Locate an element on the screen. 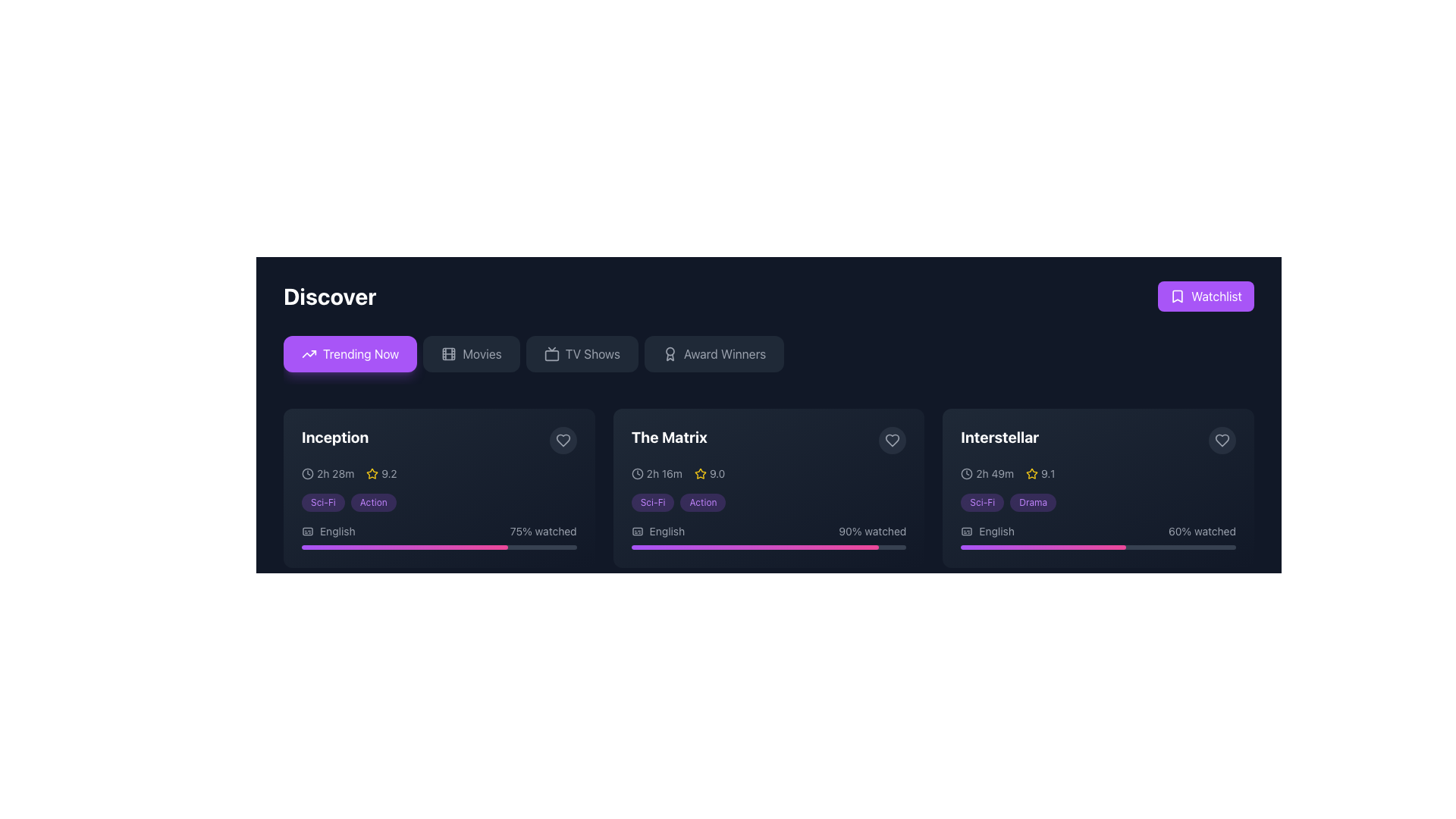 Image resolution: width=1456 pixels, height=819 pixels. the icon representing the time duration of the movie 'Interstellar', located to the left of the text '2h 49m' within the card is located at coordinates (966, 472).